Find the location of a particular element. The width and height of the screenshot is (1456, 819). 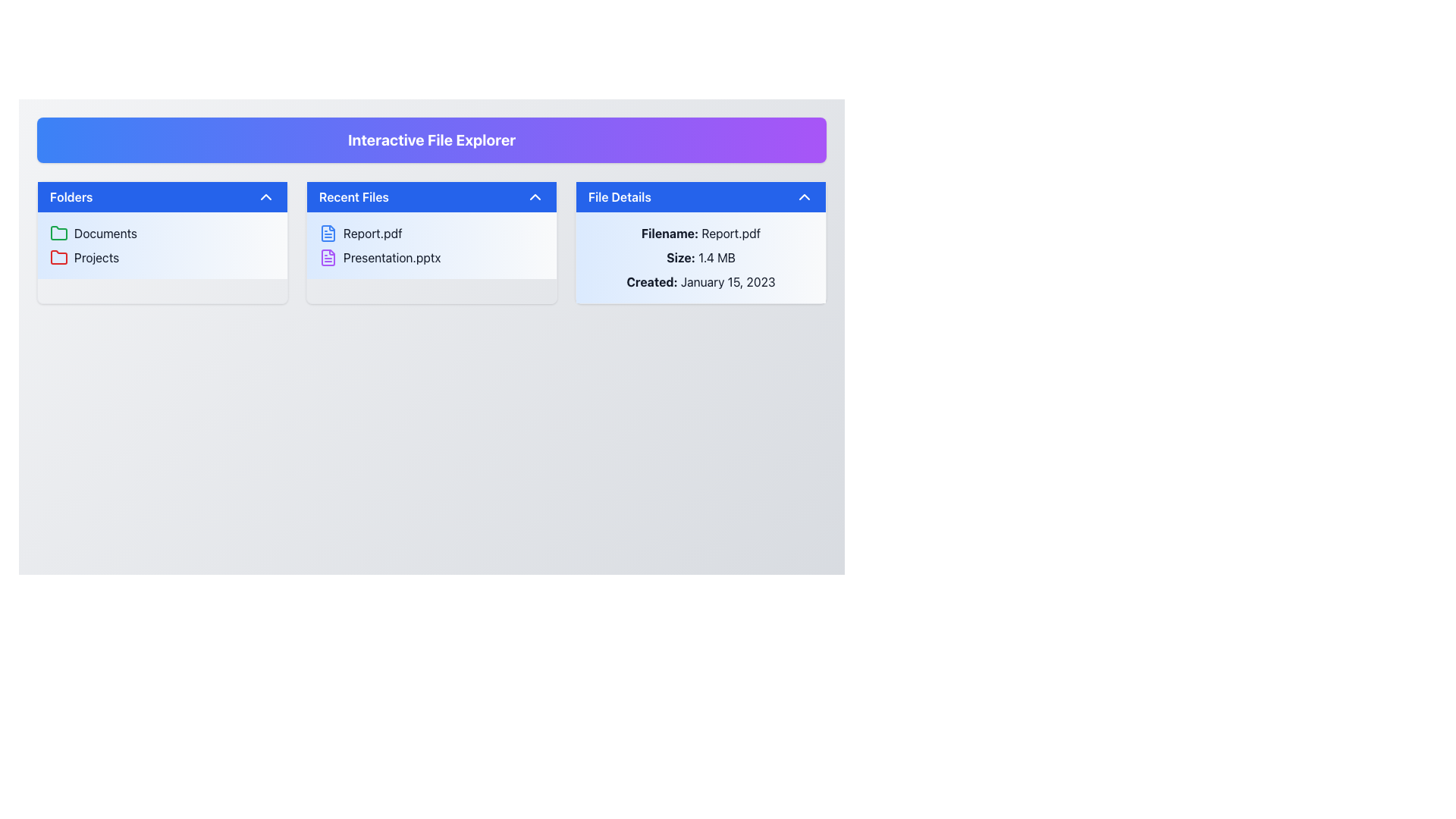

the file item display for 'Report.pdf' in the 'Recent Files' section by clicking on it is located at coordinates (431, 234).